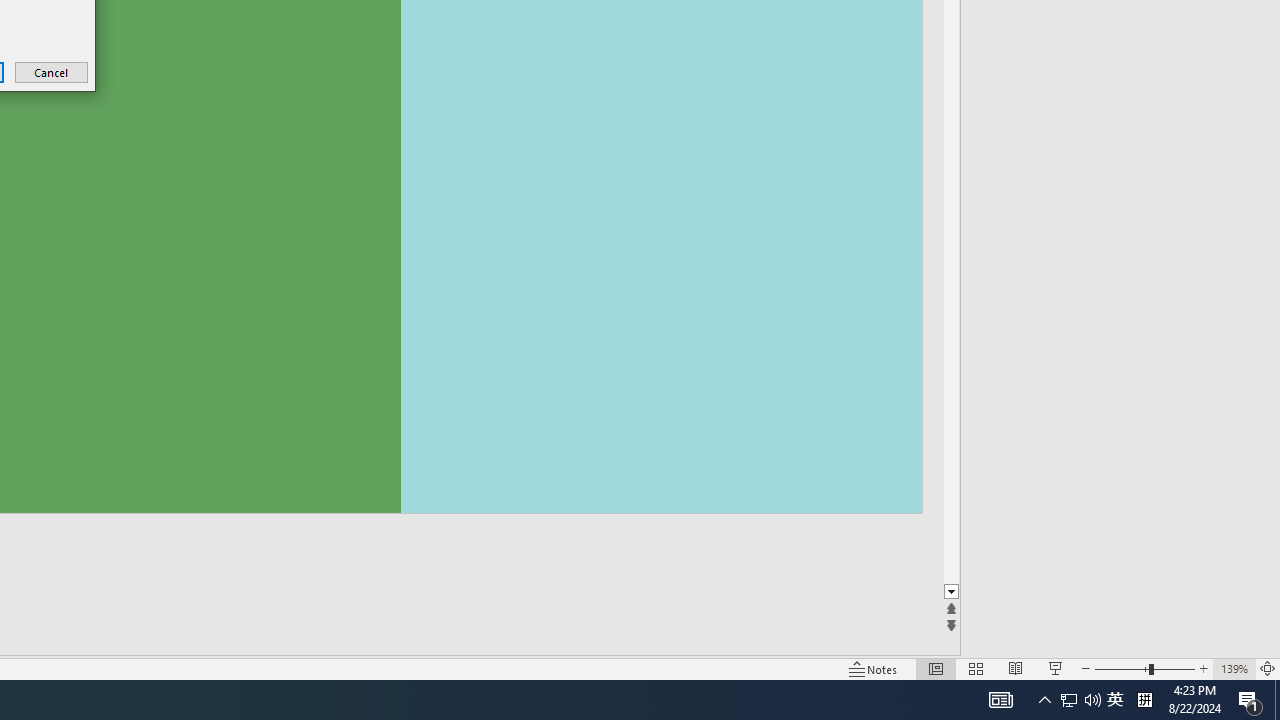 This screenshot has height=720, width=1280. I want to click on 'User Promoted Notification Area', so click(1114, 698).